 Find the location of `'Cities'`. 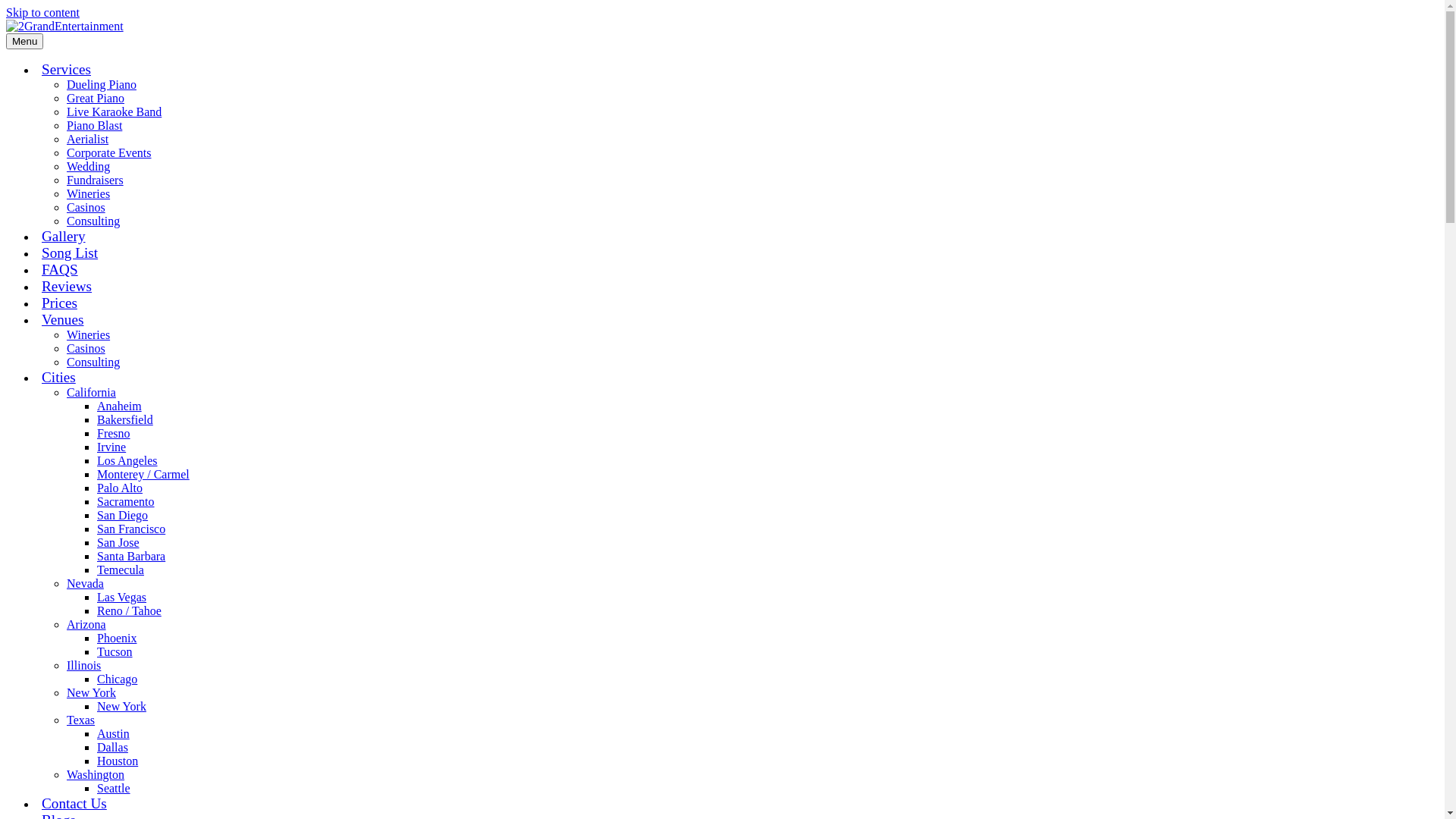

'Cities' is located at coordinates (58, 376).